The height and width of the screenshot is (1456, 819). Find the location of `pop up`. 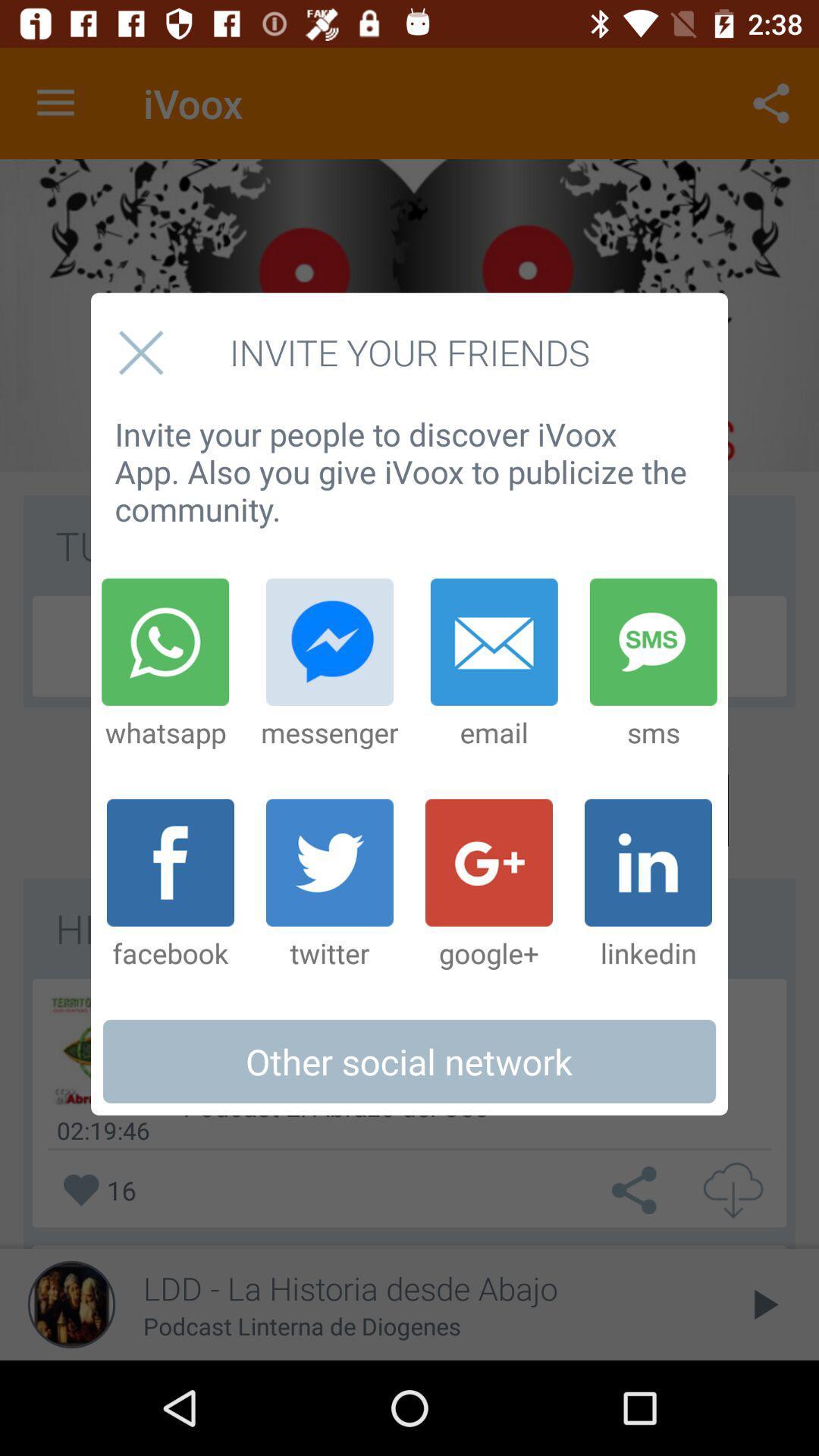

pop up is located at coordinates (141, 352).